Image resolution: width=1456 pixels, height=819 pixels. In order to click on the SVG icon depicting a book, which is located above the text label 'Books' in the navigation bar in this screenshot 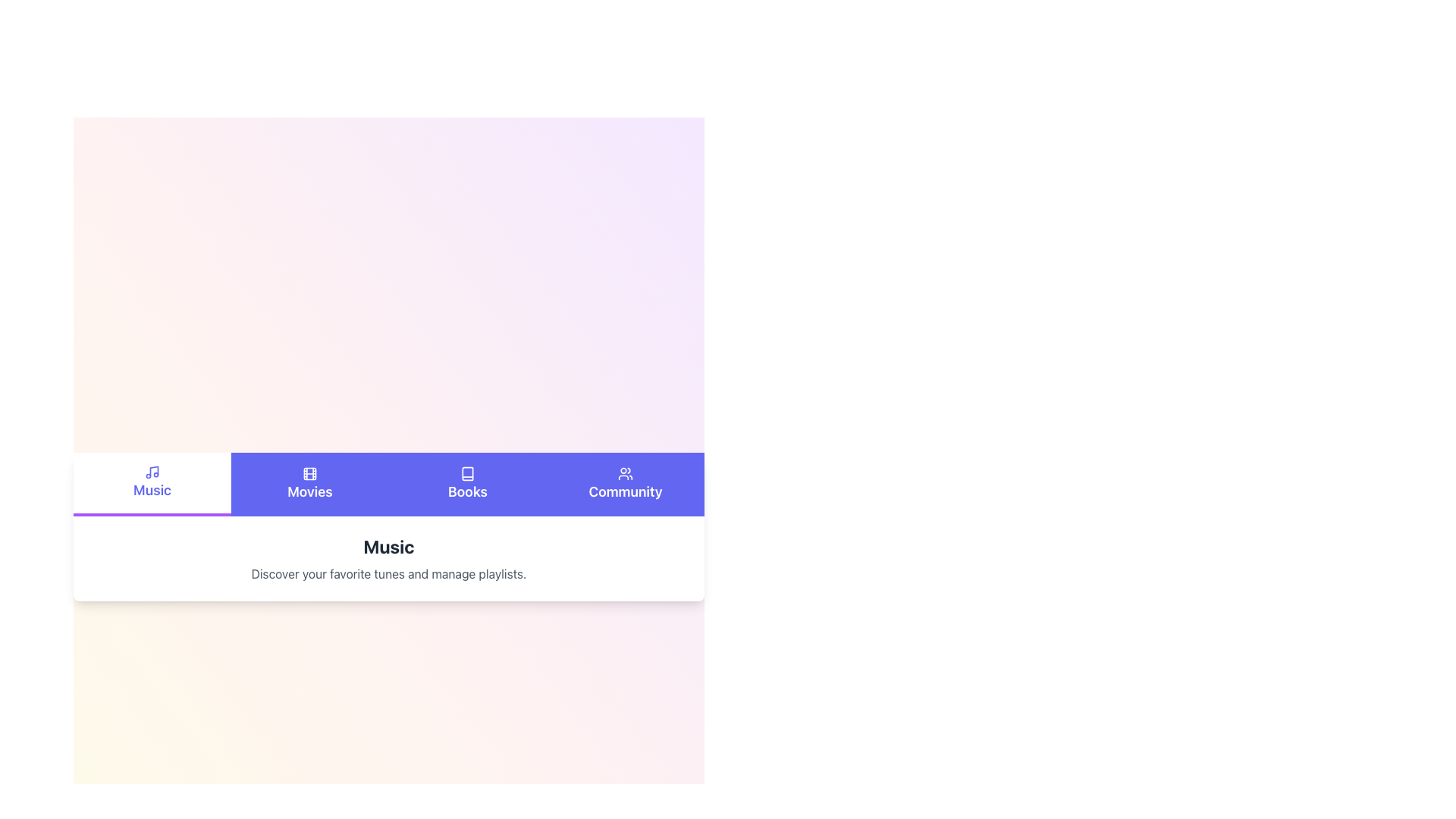, I will do `click(467, 472)`.